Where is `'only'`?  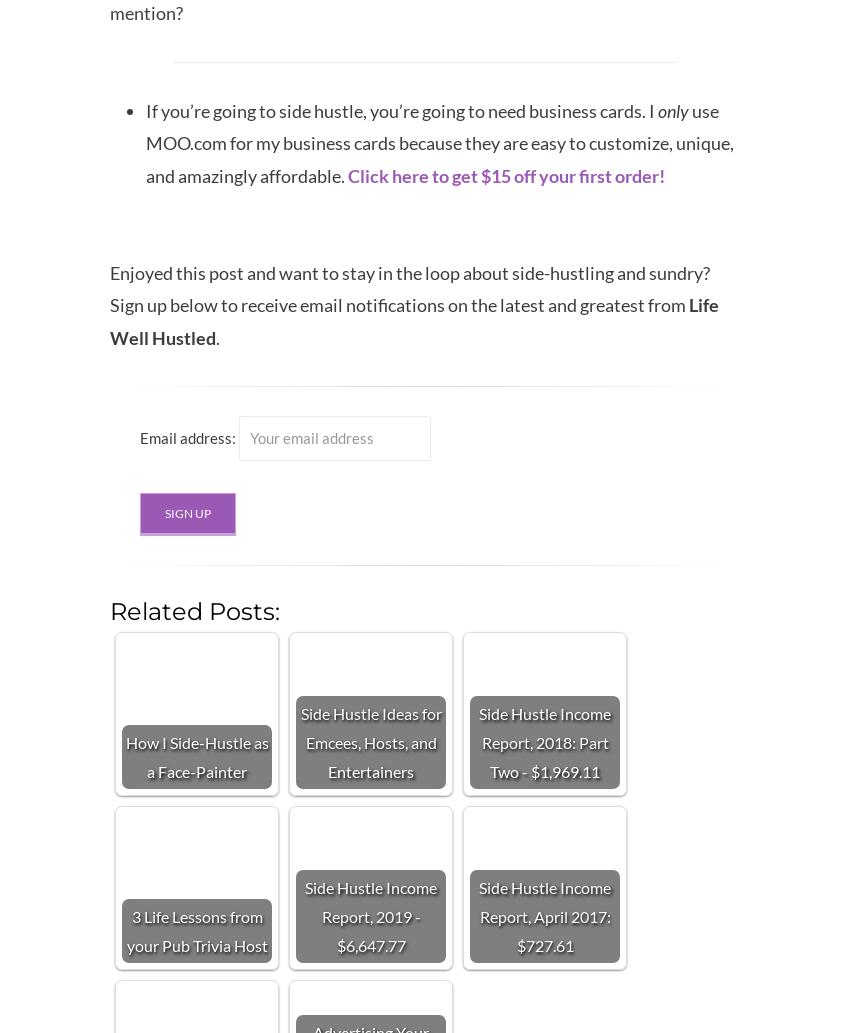 'only' is located at coordinates (673, 110).